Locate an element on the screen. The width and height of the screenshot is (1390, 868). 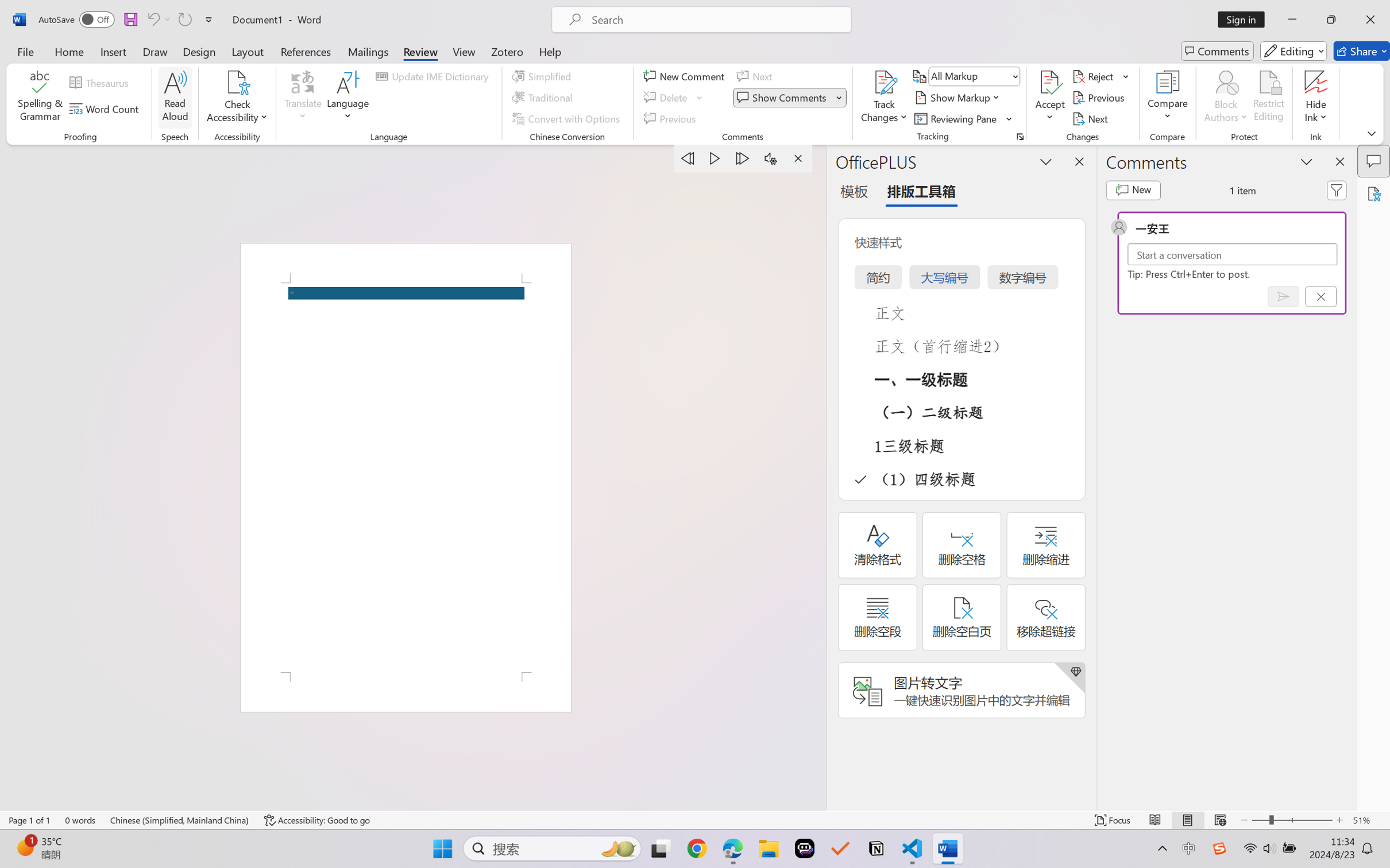
'Show Comments' is located at coordinates (789, 98).